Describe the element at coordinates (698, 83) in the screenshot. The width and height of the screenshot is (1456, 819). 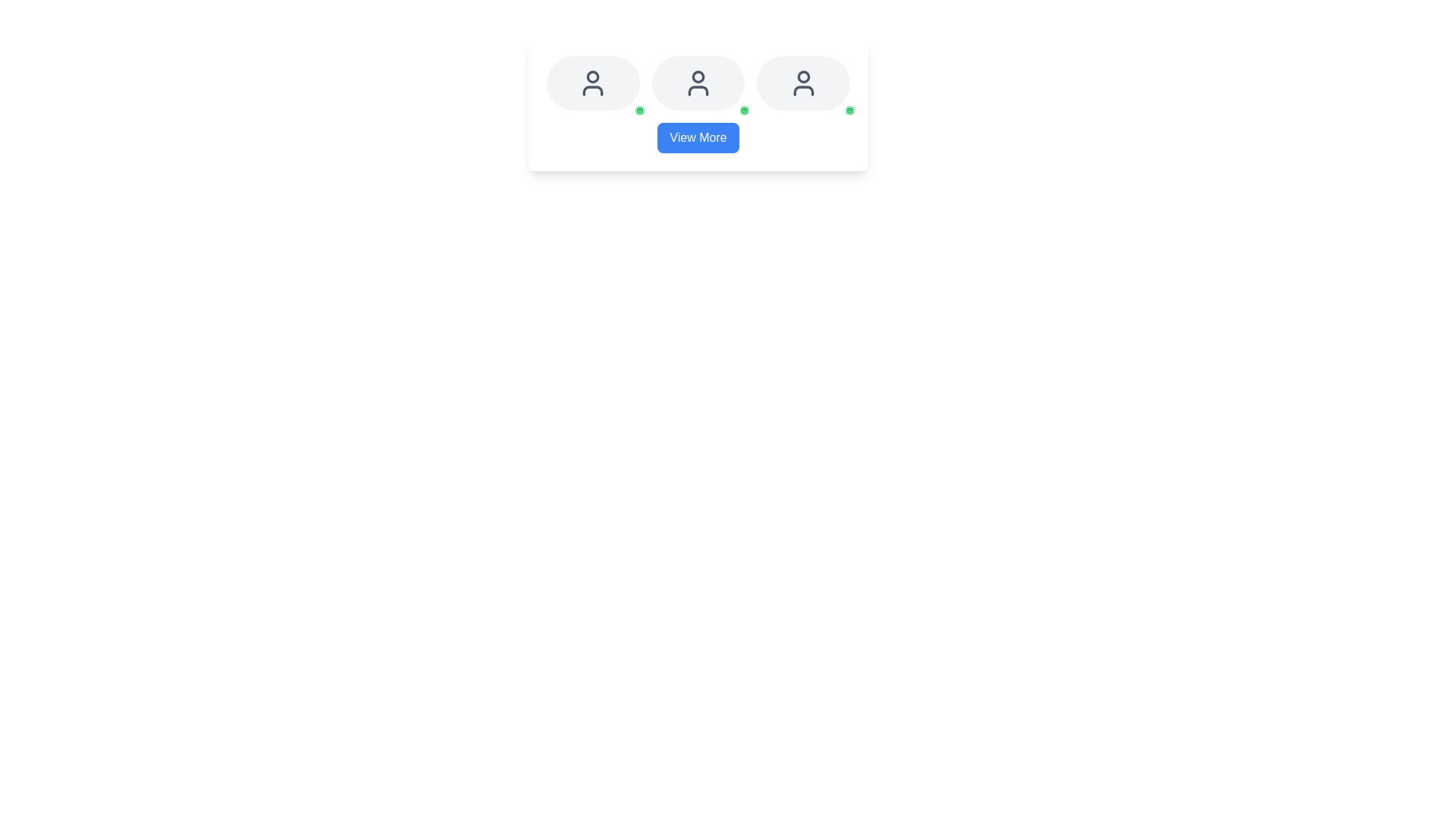
I see `the circular user silhouette icon with a dark gray color and light gray background, which is centrally positioned among three similar icons` at that location.